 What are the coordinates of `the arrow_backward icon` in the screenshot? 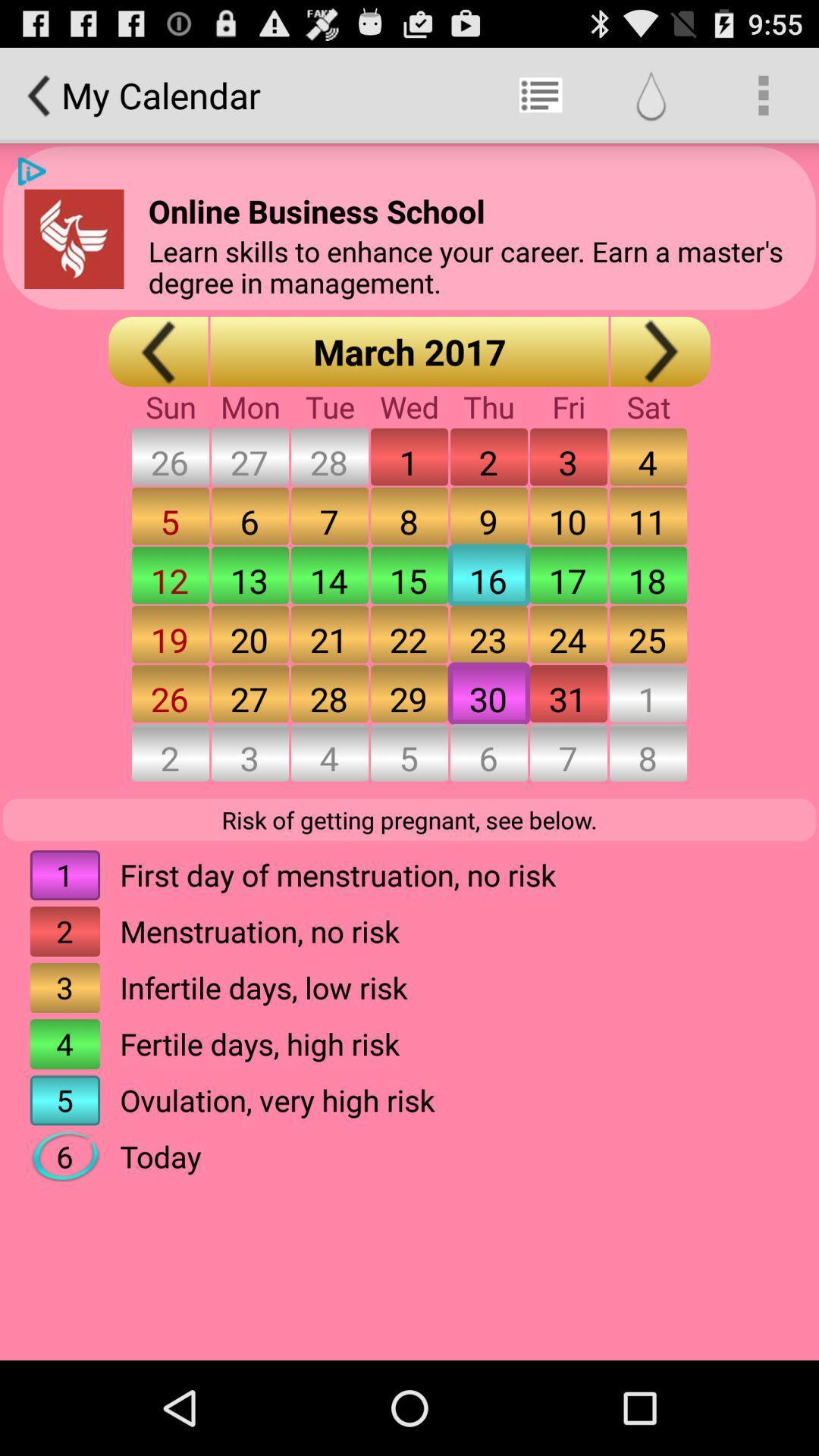 It's located at (74, 256).